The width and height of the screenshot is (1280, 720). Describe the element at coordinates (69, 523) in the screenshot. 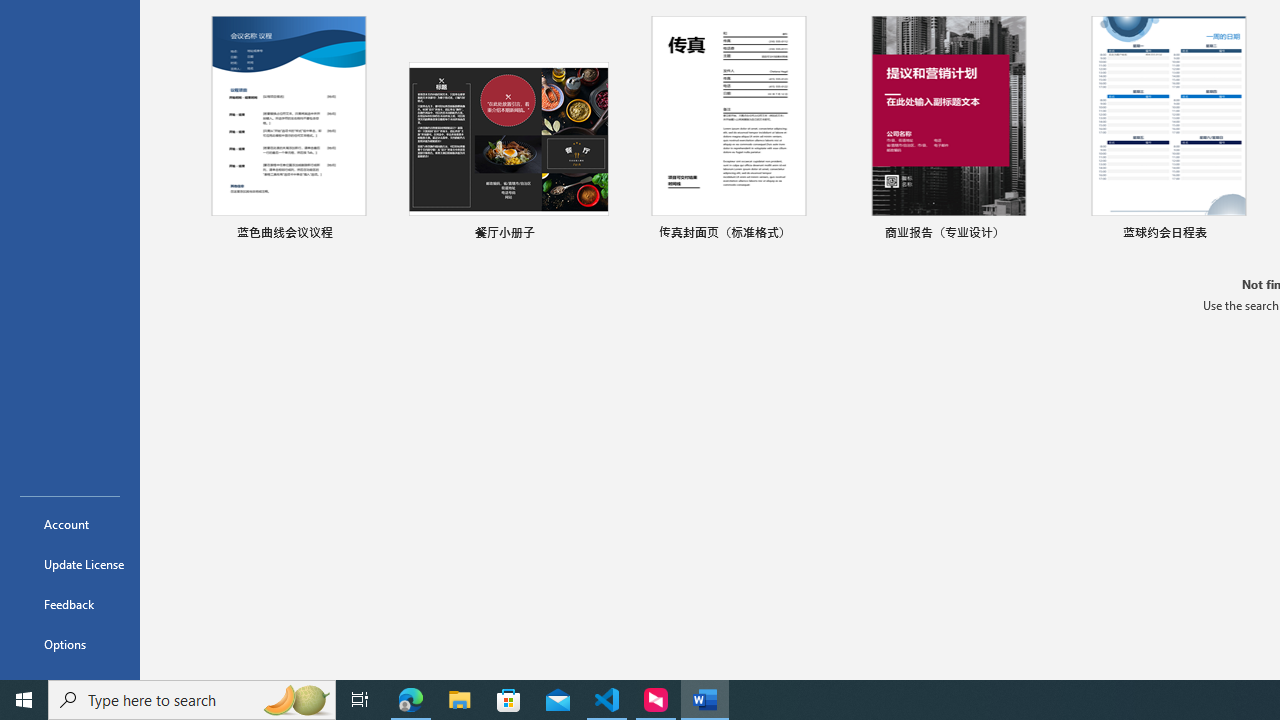

I see `'Account'` at that location.